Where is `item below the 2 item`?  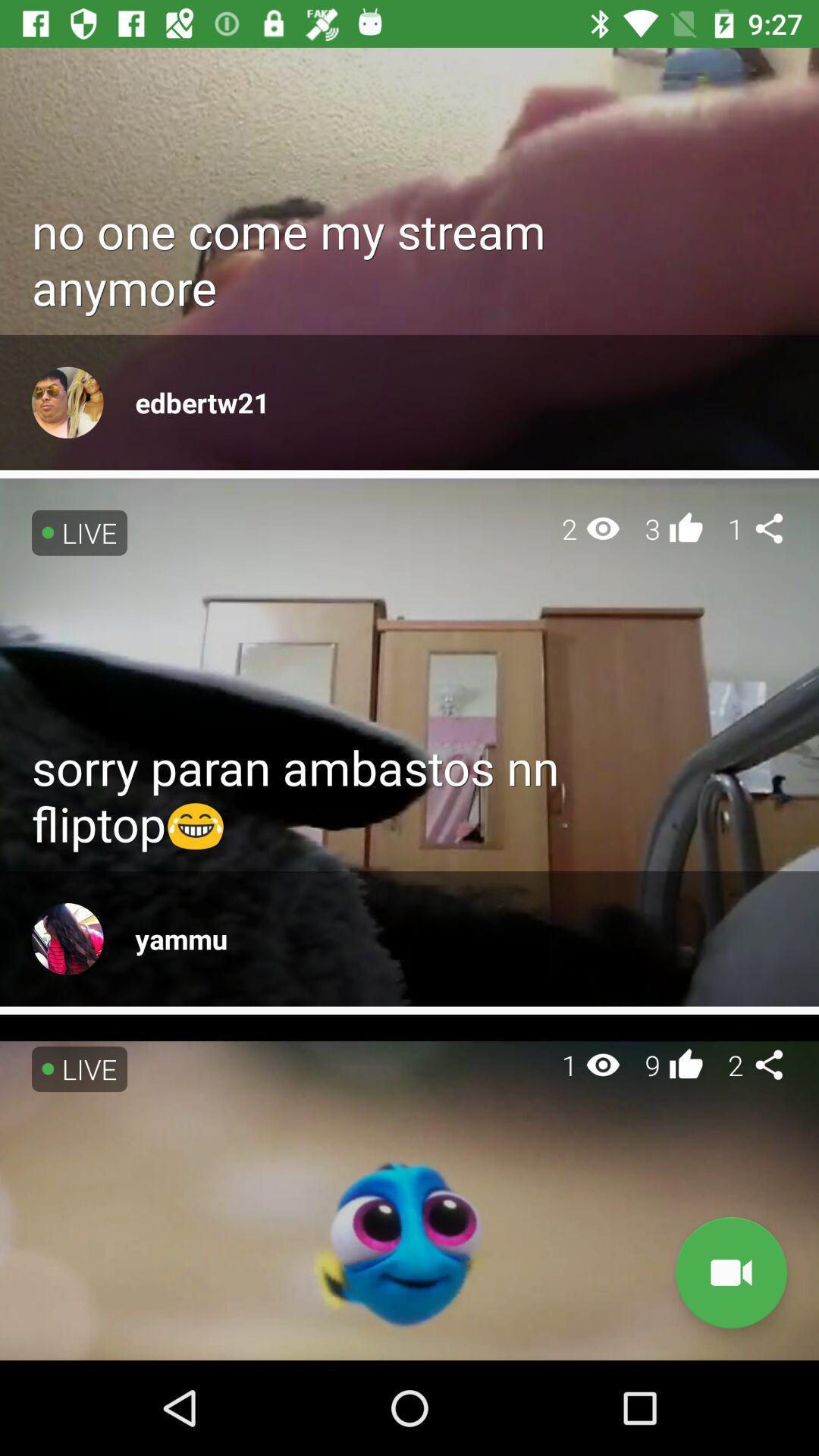
item below the 2 item is located at coordinates (730, 1272).